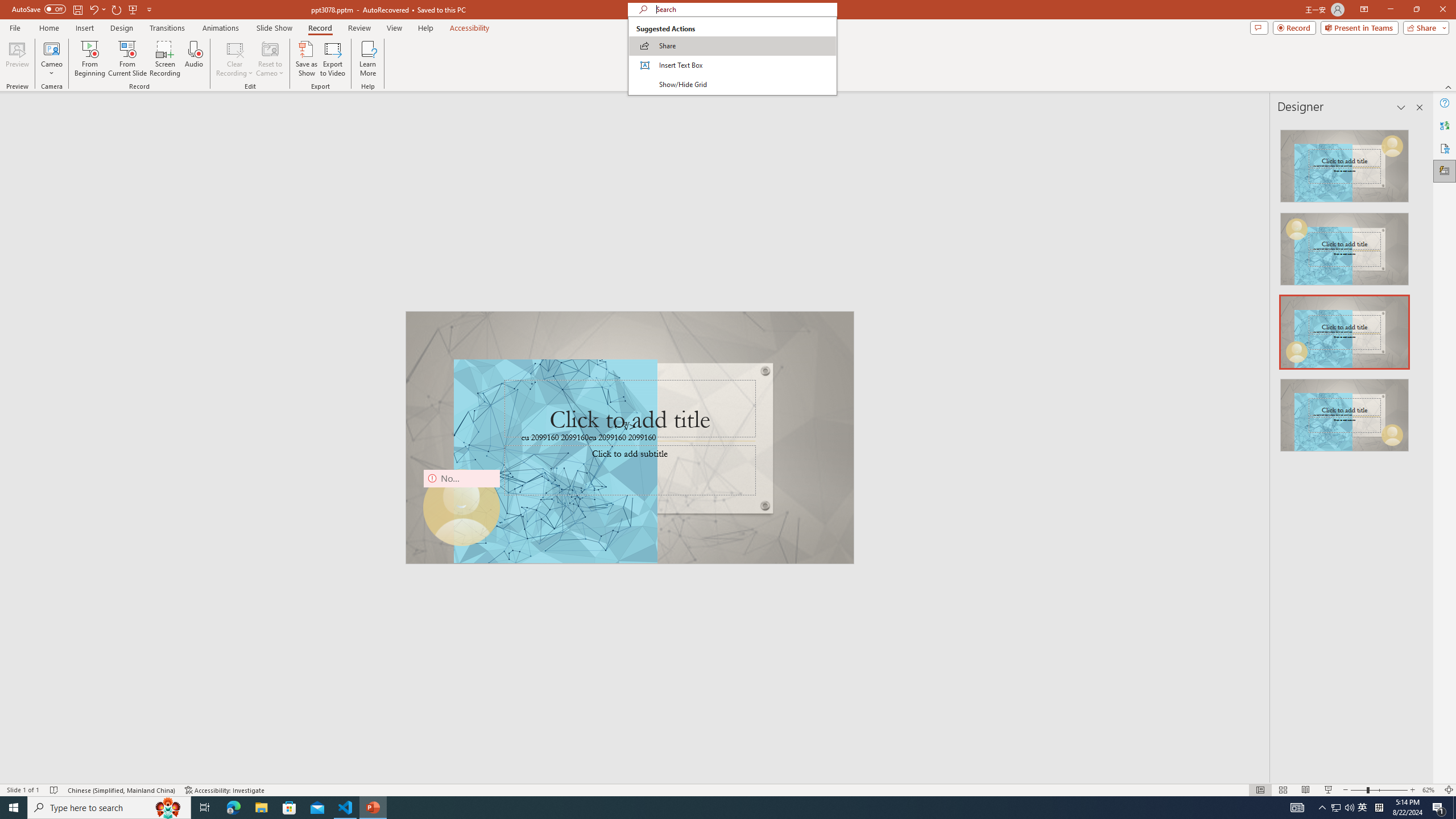 The image size is (1456, 819). I want to click on 'Class: NetUITWMenuContainer', so click(732, 55).